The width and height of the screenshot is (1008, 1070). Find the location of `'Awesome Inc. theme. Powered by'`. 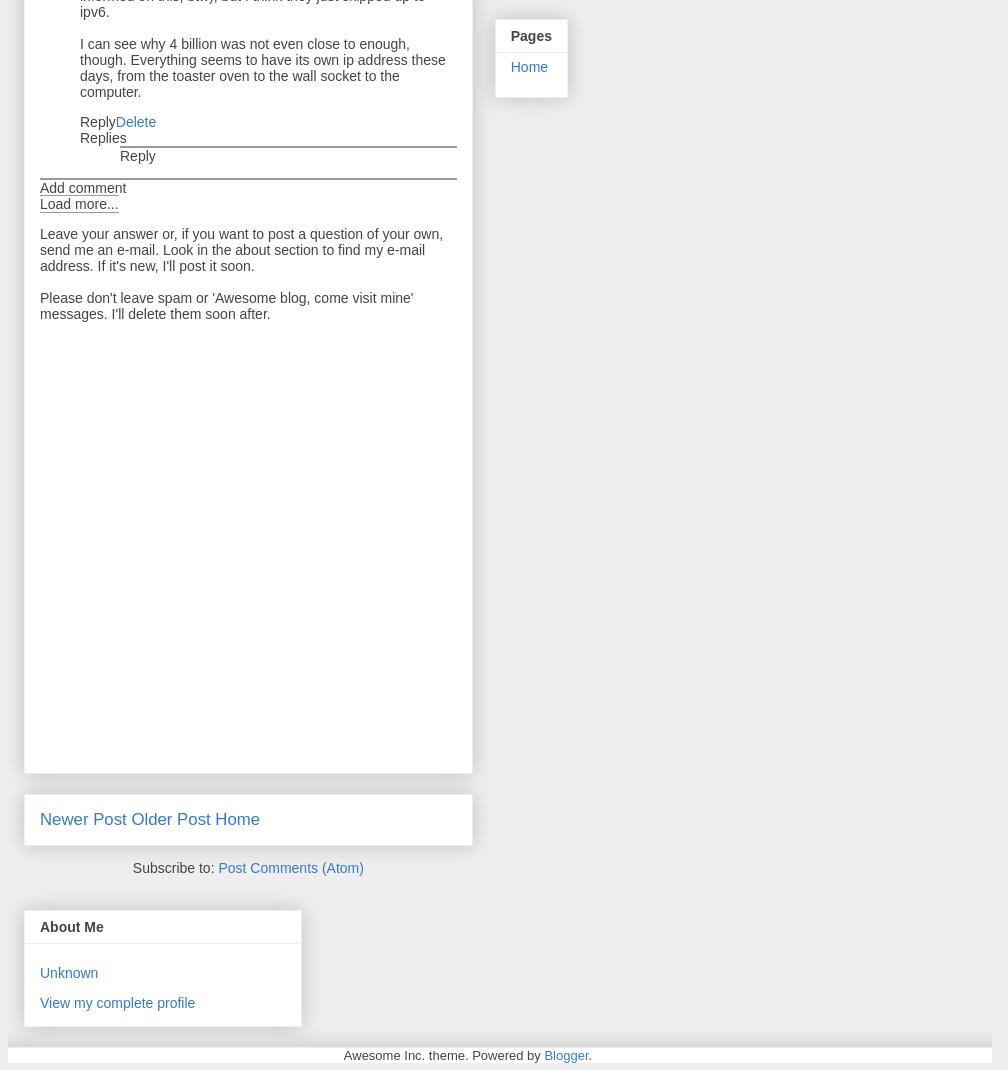

'Awesome Inc. theme. Powered by' is located at coordinates (443, 1055).